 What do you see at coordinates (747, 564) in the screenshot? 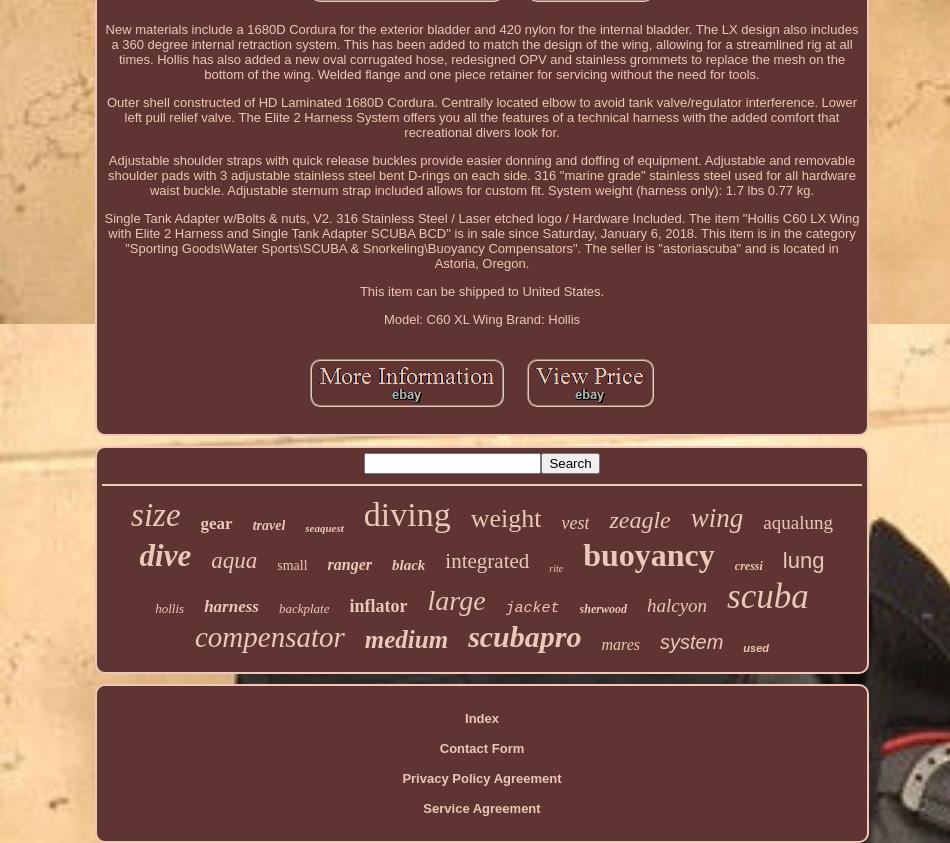
I see `'cressi'` at bounding box center [747, 564].